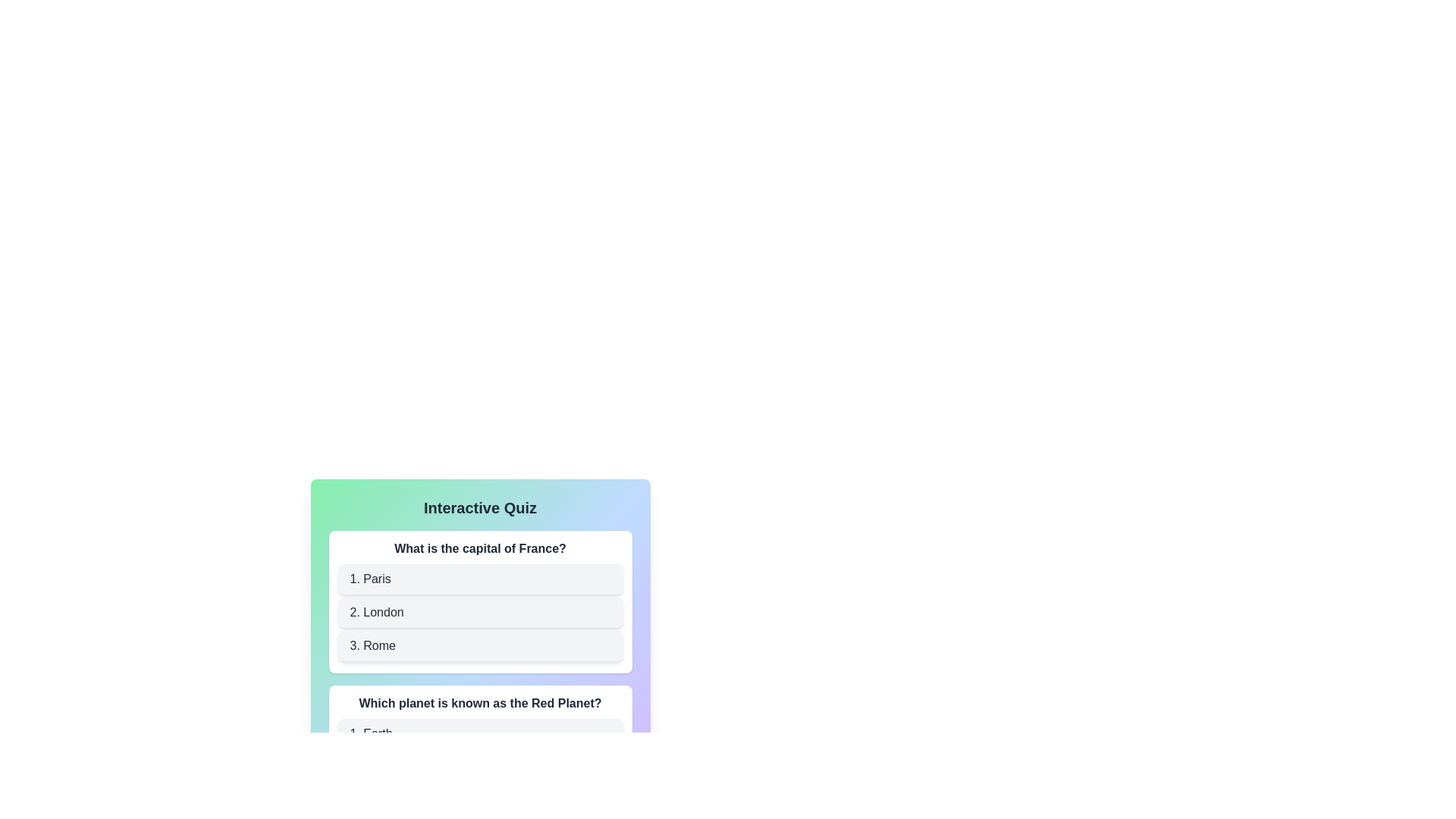 The image size is (1456, 819). Describe the element at coordinates (479, 549) in the screenshot. I see `text content of the Text Label displaying the quiz question, which is centrally located above the first answer option` at that location.